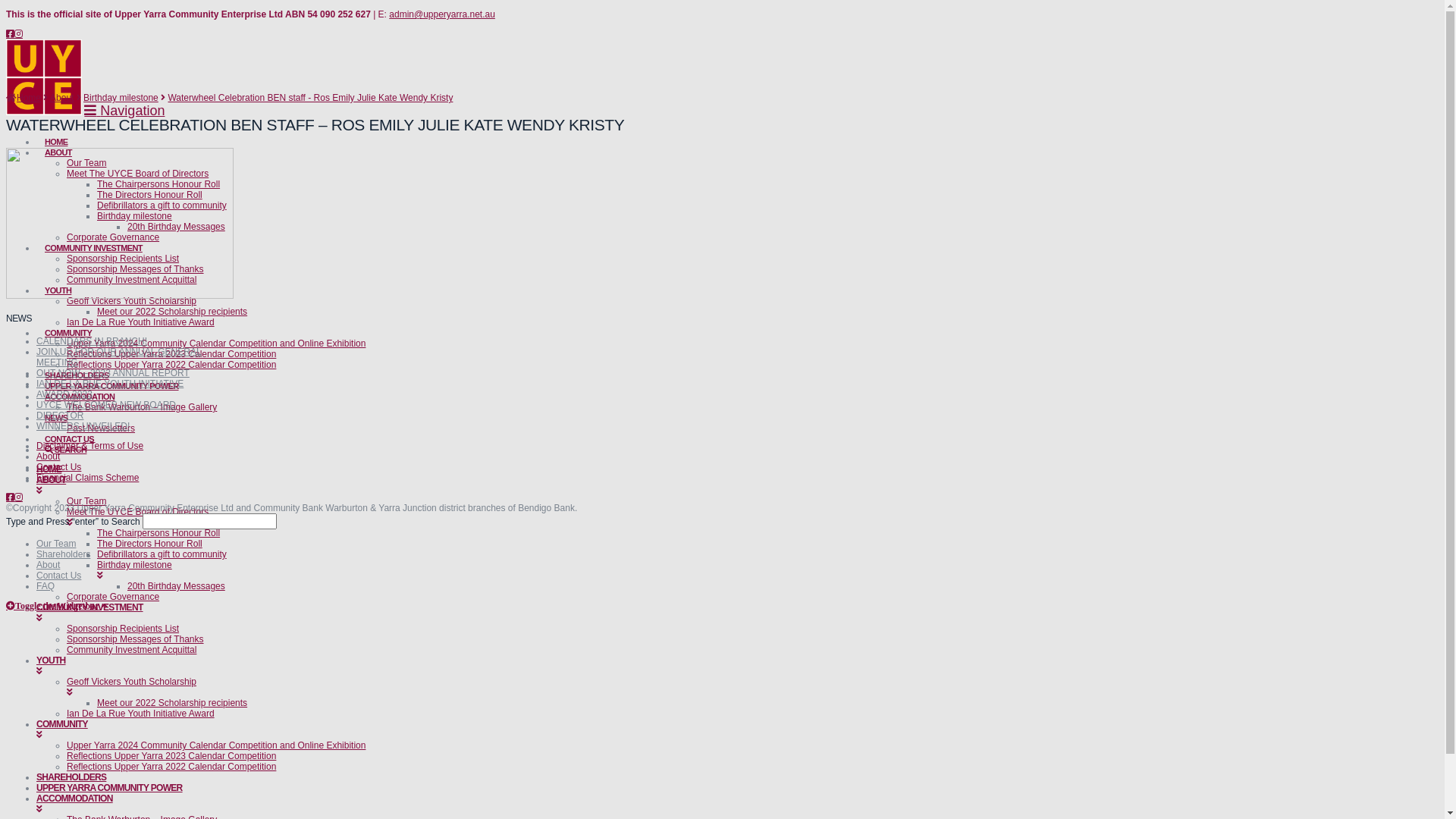 The width and height of the screenshot is (1456, 819). I want to click on 'Defibrillators a gift to community', so click(162, 205).